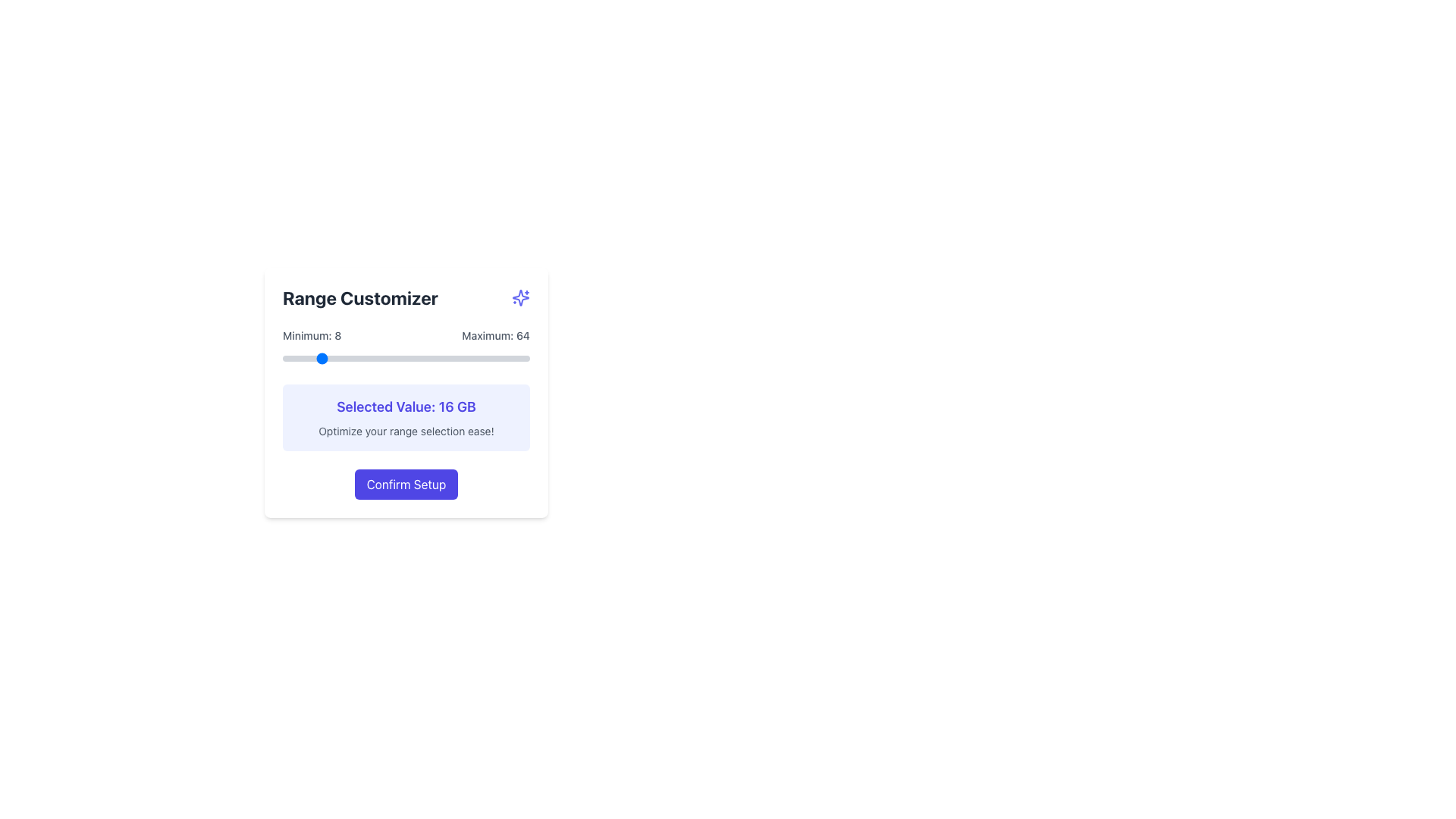  Describe the element at coordinates (406, 335) in the screenshot. I see `text label indicating the minimum value of 8 and the maximum value of 64, which is positioned horizontally above the slider bar` at that location.